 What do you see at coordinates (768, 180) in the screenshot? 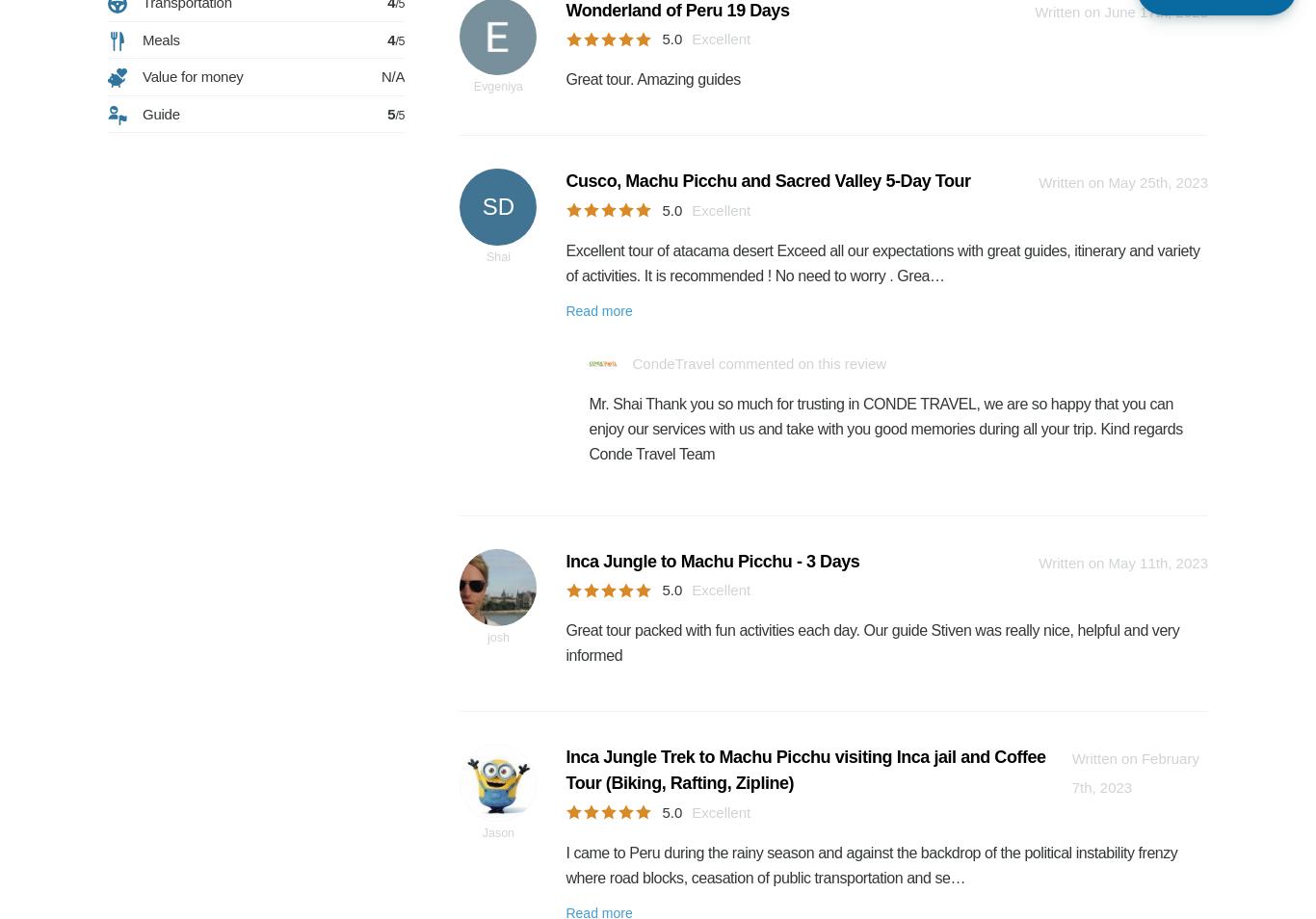
I see `'Cusco, Machu Picchu and Sacred Valley 5-Day Tour'` at bounding box center [768, 180].